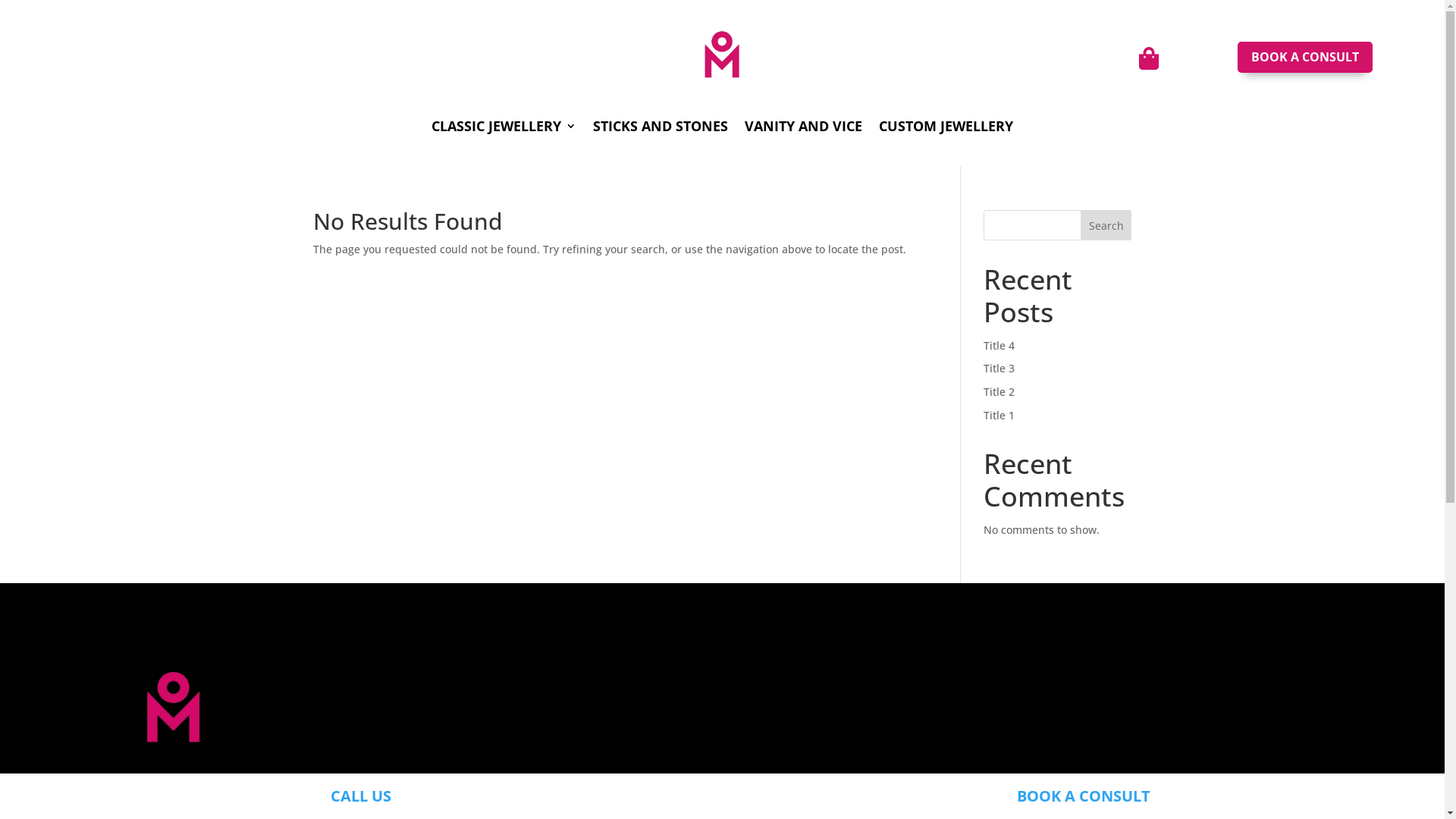 Image resolution: width=1456 pixels, height=819 pixels. Describe the element at coordinates (1082, 795) in the screenshot. I see `'BOOK A CONSULT'` at that location.